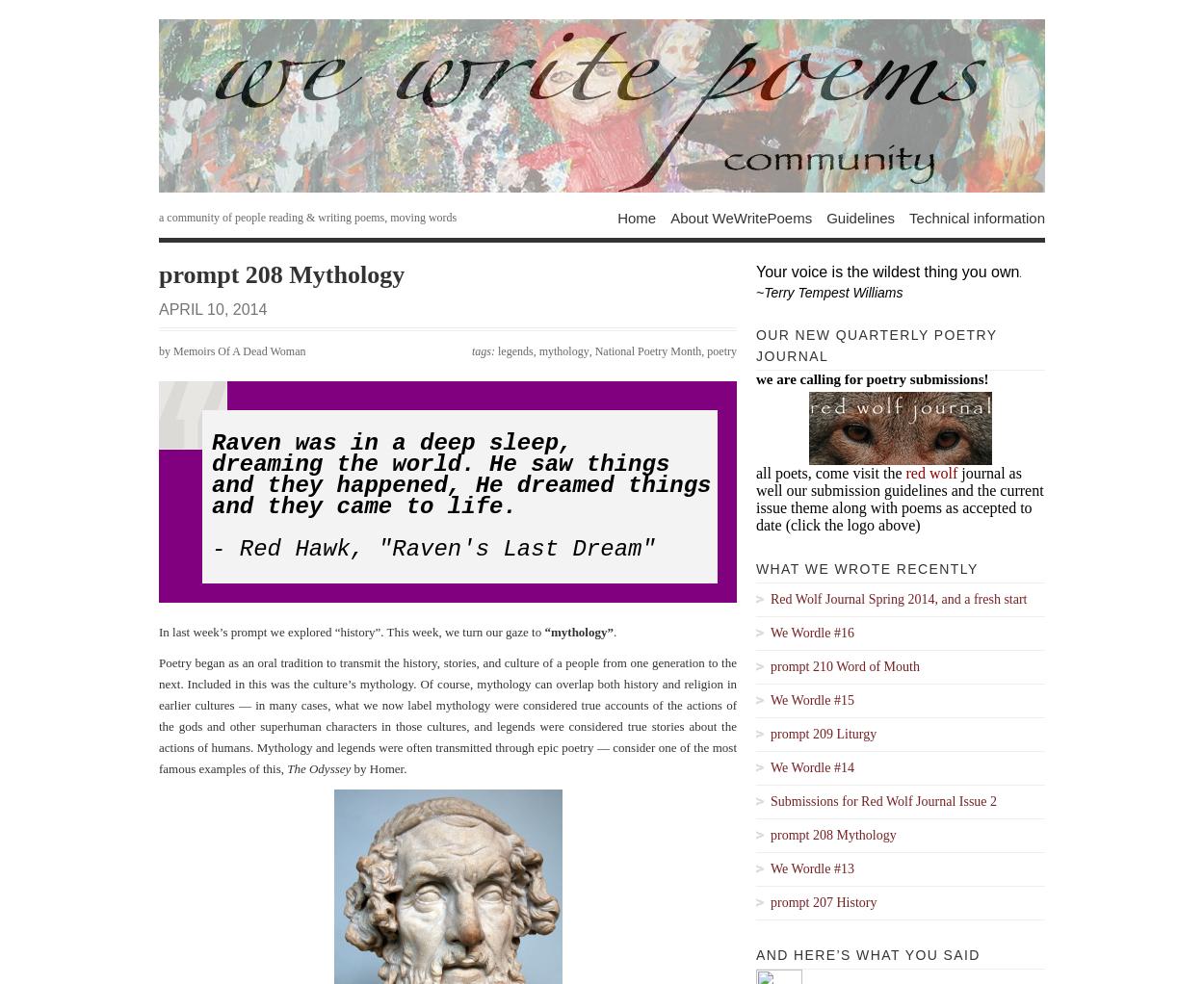  What do you see at coordinates (318, 767) in the screenshot?
I see `'The Odyssey'` at bounding box center [318, 767].